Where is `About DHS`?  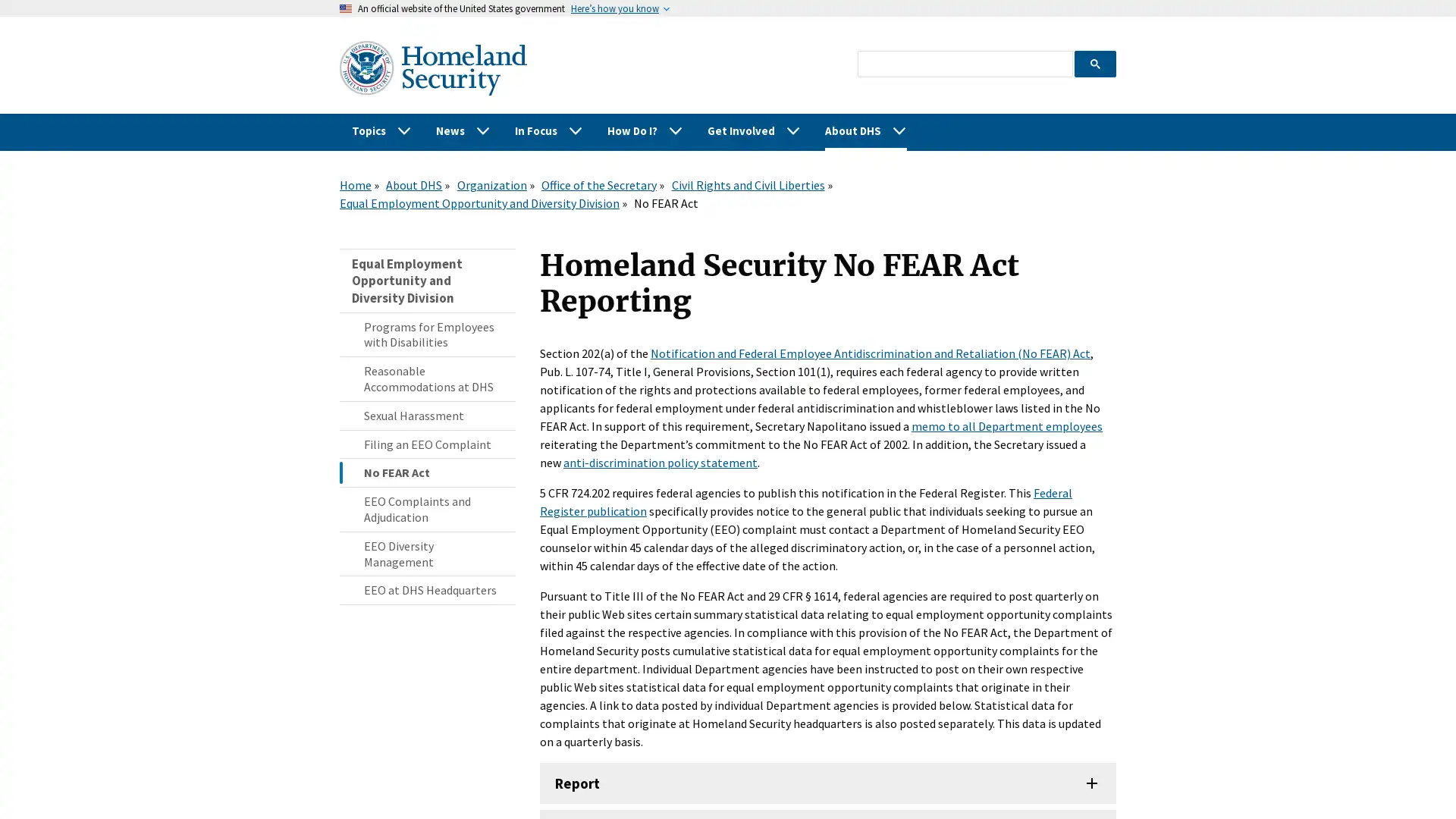 About DHS is located at coordinates (866, 130).